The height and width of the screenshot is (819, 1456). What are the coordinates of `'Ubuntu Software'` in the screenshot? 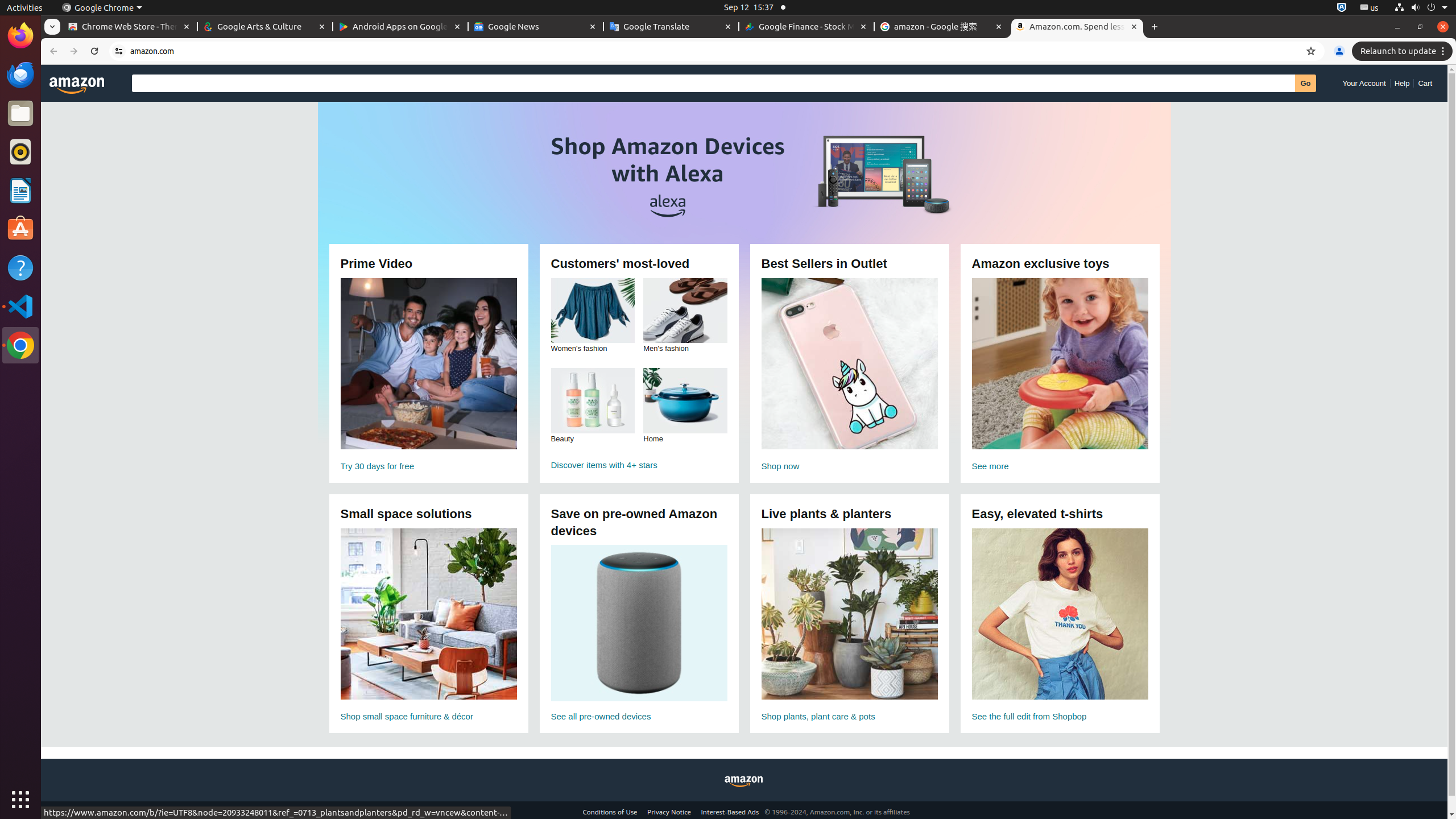 It's located at (20, 229).